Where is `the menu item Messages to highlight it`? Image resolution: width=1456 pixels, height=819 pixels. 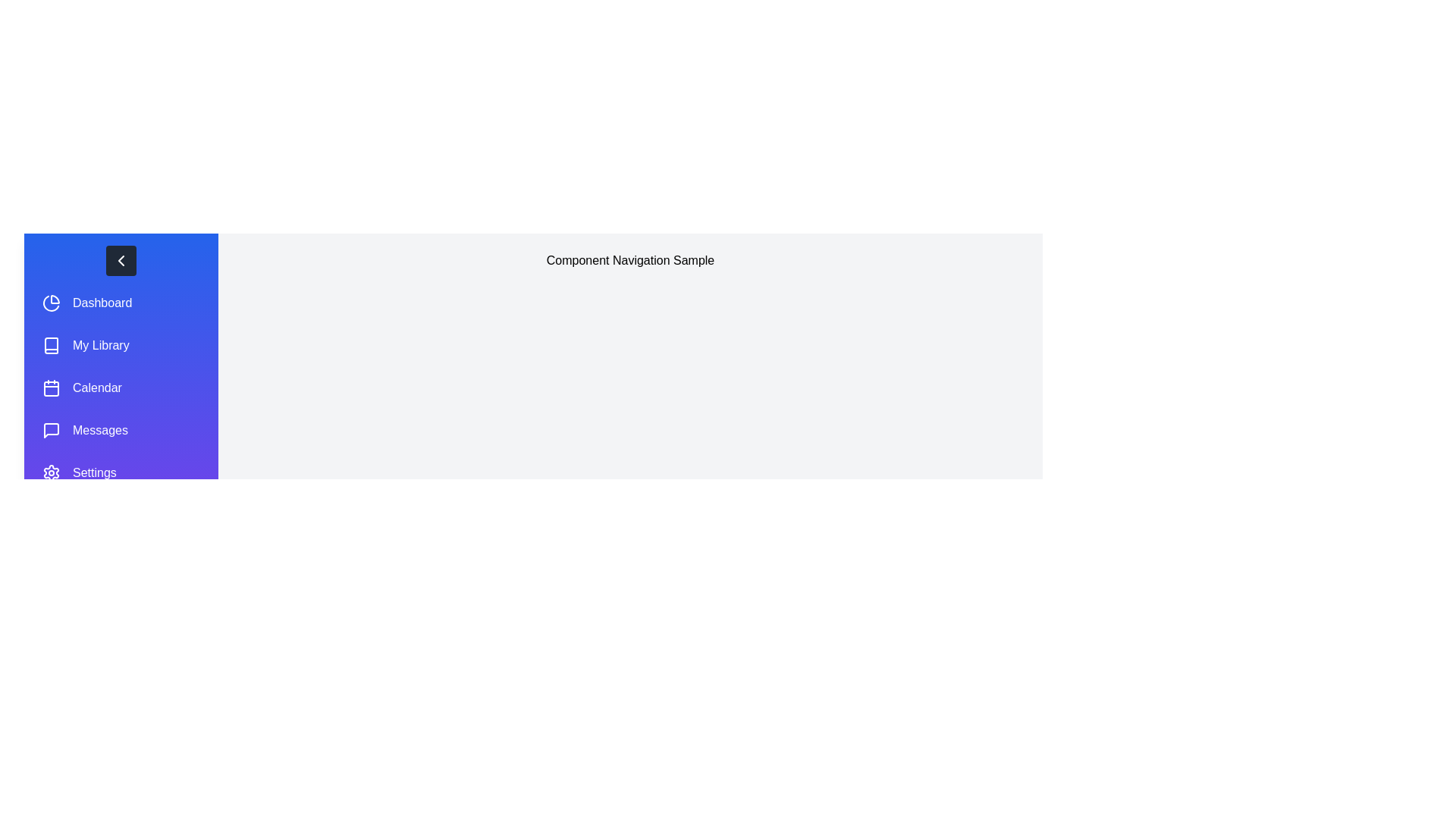 the menu item Messages to highlight it is located at coordinates (120, 430).